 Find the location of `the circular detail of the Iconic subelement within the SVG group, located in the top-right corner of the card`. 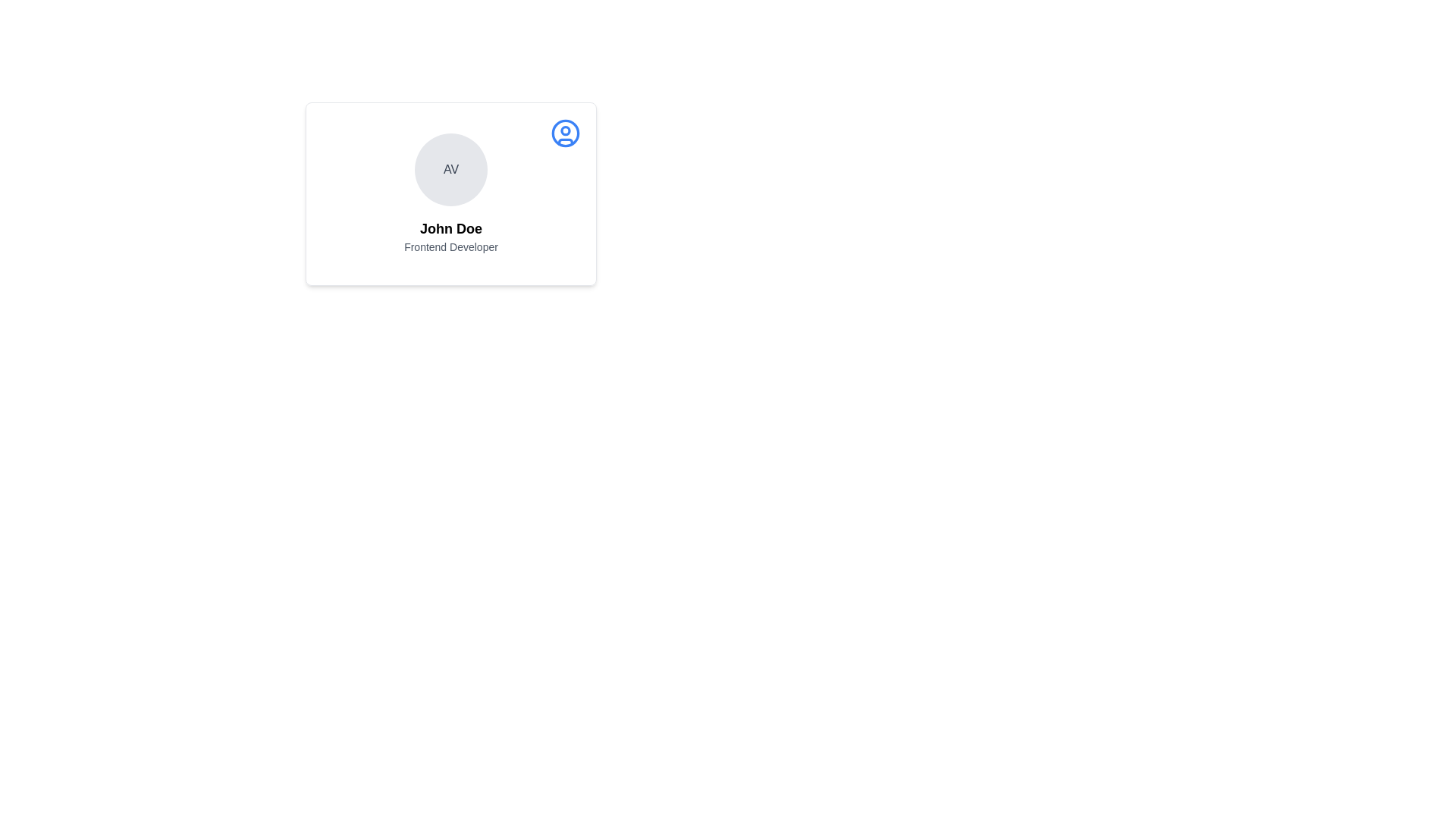

the circular detail of the Iconic subelement within the SVG group, located in the top-right corner of the card is located at coordinates (564, 130).